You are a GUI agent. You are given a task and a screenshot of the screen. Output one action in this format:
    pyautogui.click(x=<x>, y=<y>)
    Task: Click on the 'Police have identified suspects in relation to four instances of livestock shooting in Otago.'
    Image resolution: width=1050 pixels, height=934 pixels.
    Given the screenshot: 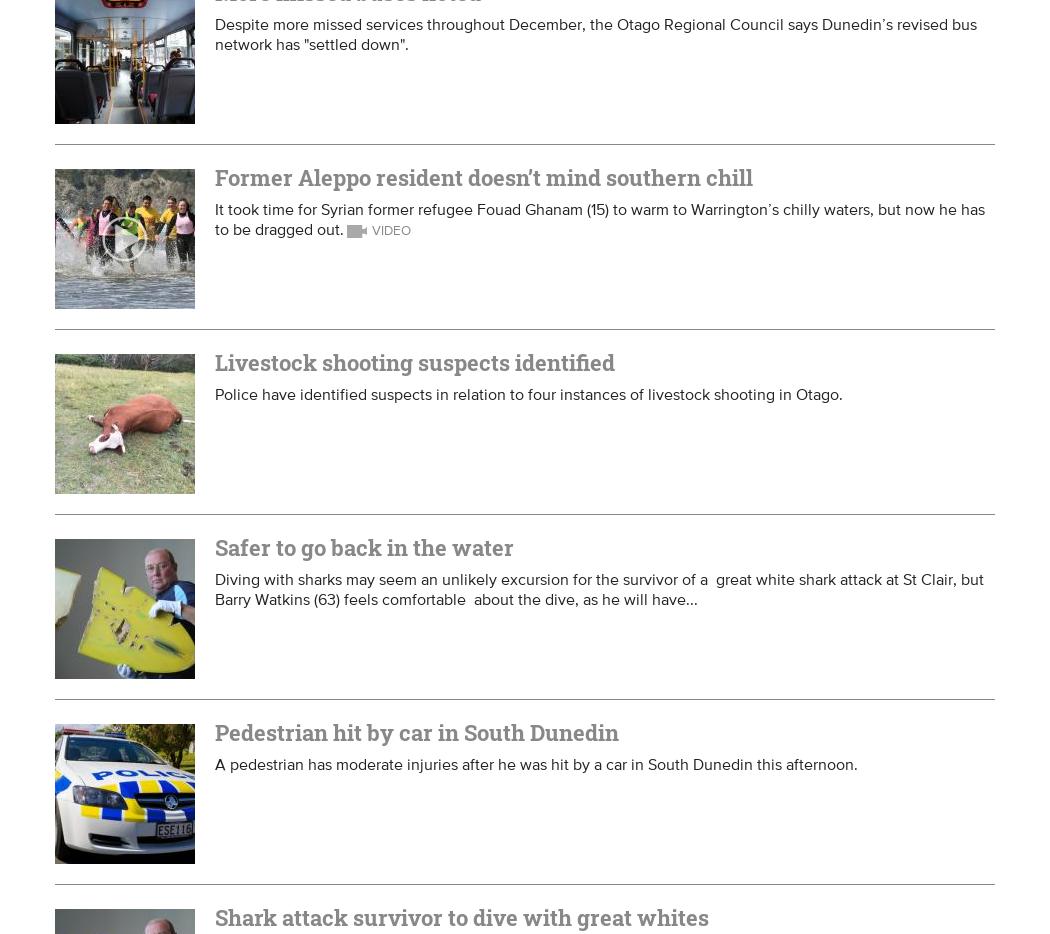 What is the action you would take?
    pyautogui.click(x=528, y=392)
    